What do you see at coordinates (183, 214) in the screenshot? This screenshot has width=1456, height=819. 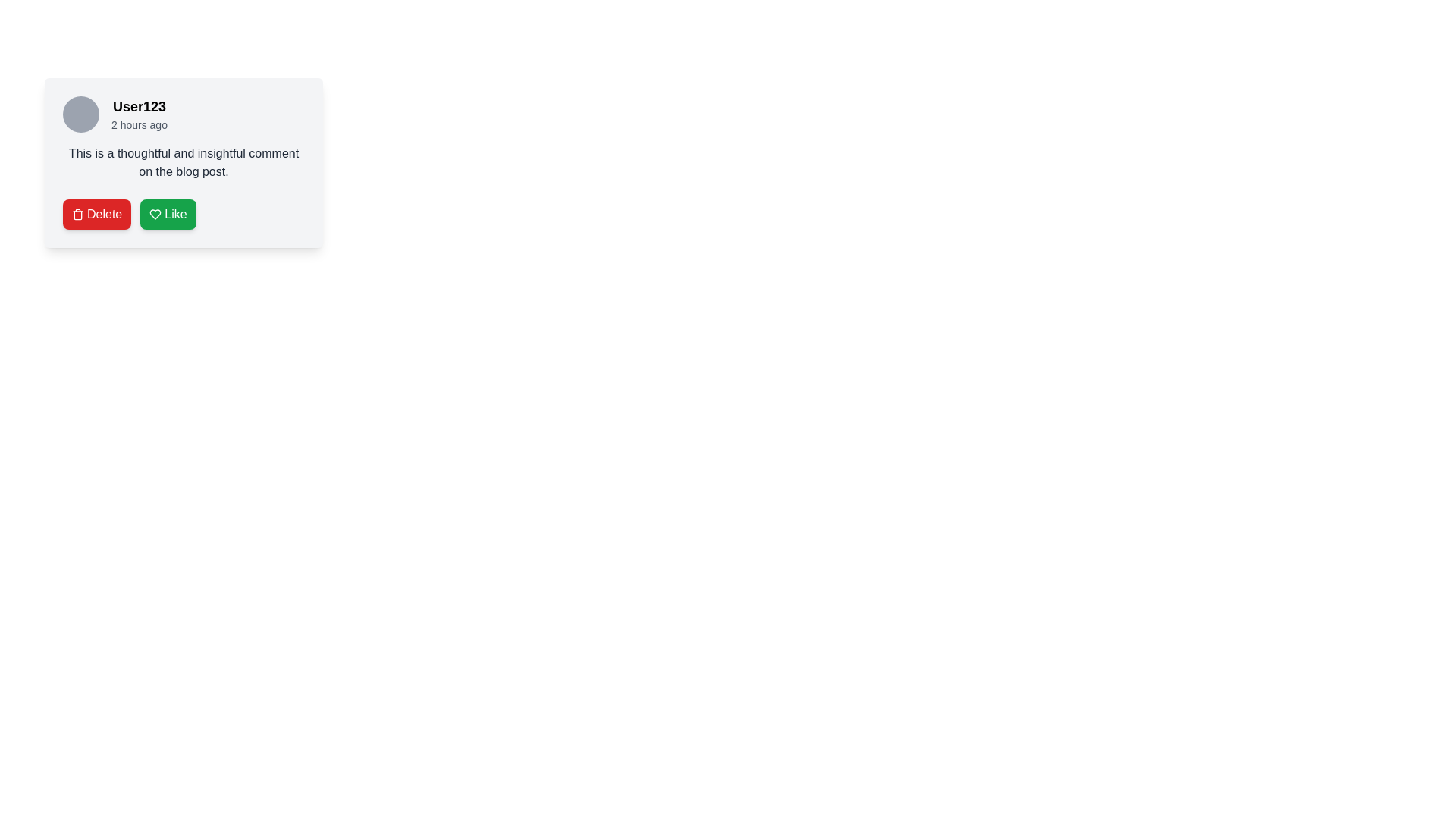 I see `the 'Like' button, which is the second button in a horizontal button group located at the bottom of a comment card and positioned to the right of the red 'Delete' button` at bounding box center [183, 214].